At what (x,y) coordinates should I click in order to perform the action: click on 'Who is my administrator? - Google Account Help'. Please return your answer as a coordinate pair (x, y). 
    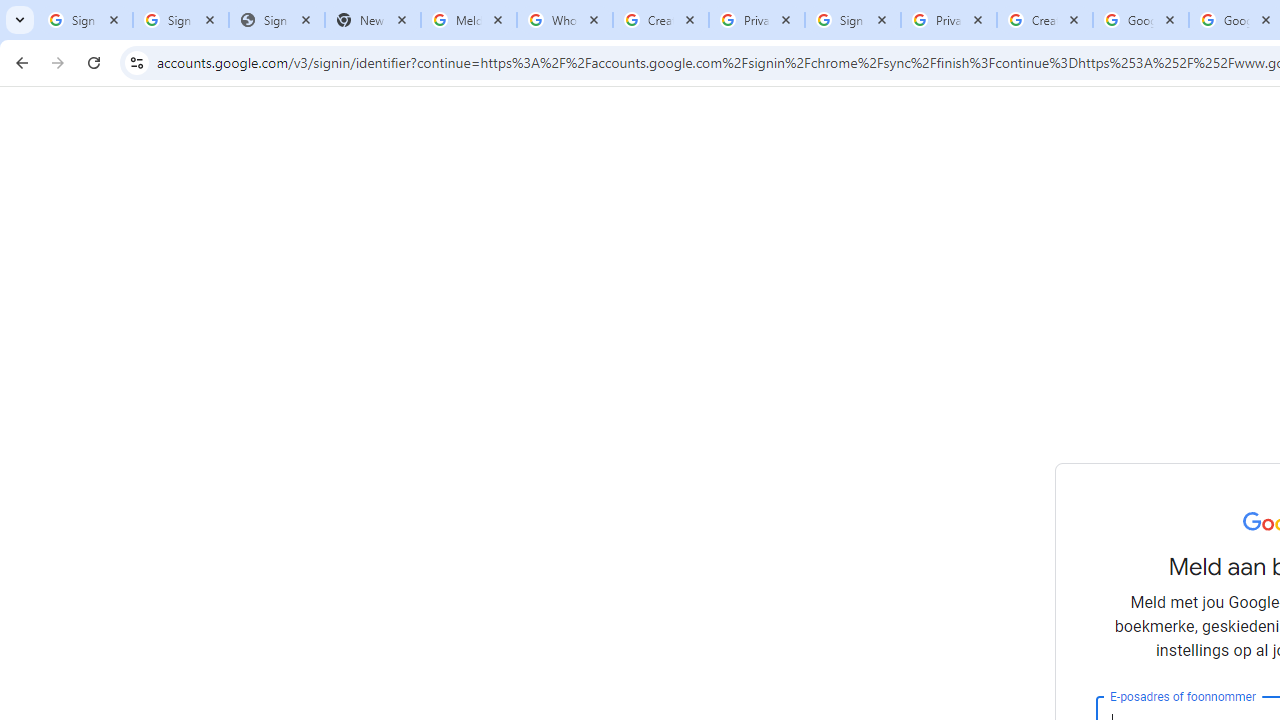
    Looking at the image, I should click on (564, 20).